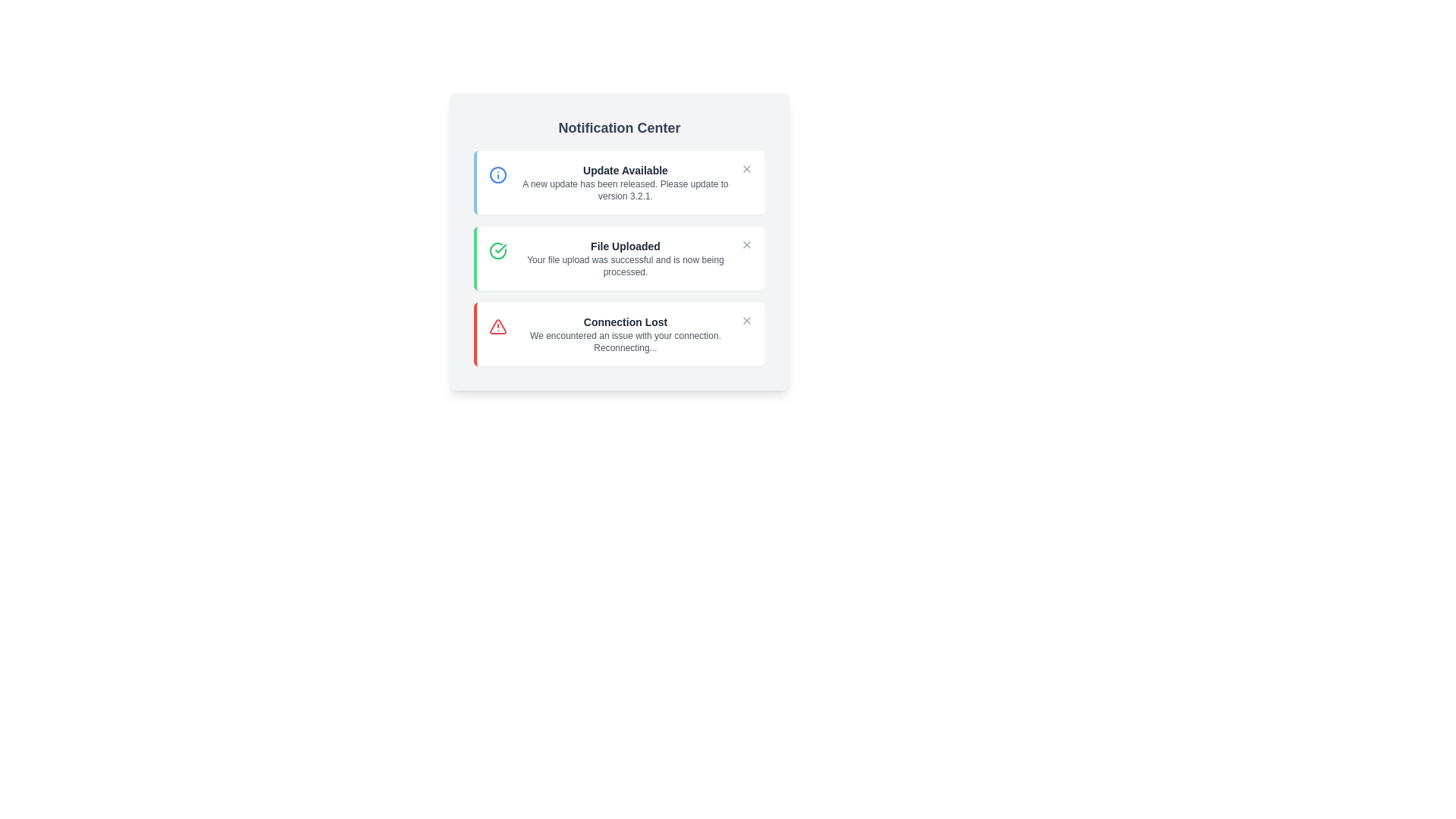 The image size is (1456, 819). What do you see at coordinates (498, 174) in the screenshot?
I see `the informational icon located on the left side of the 'Update Available' notification in the Notification Center` at bounding box center [498, 174].